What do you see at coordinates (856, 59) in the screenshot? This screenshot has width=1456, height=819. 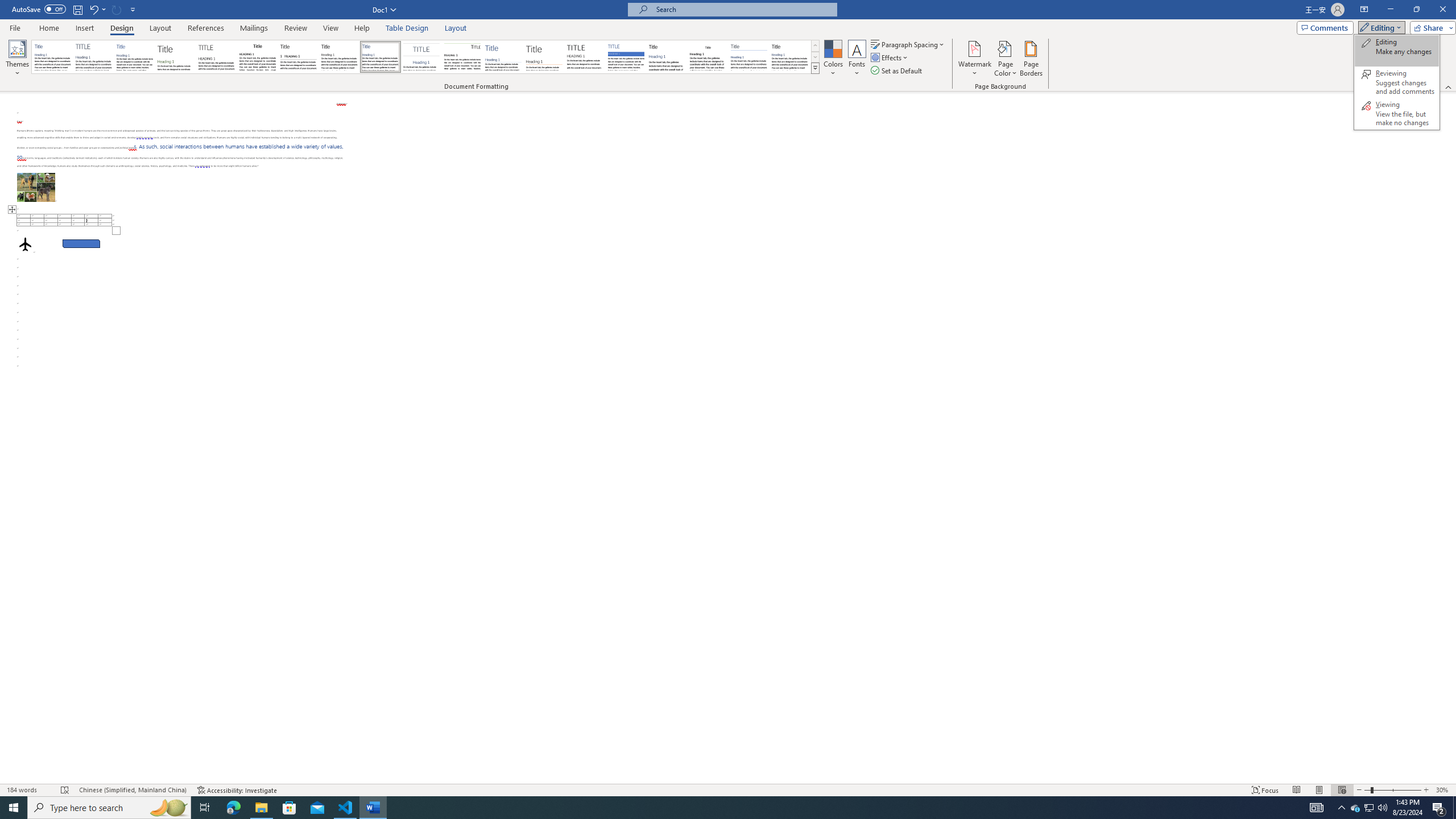 I see `'Fonts'` at bounding box center [856, 59].